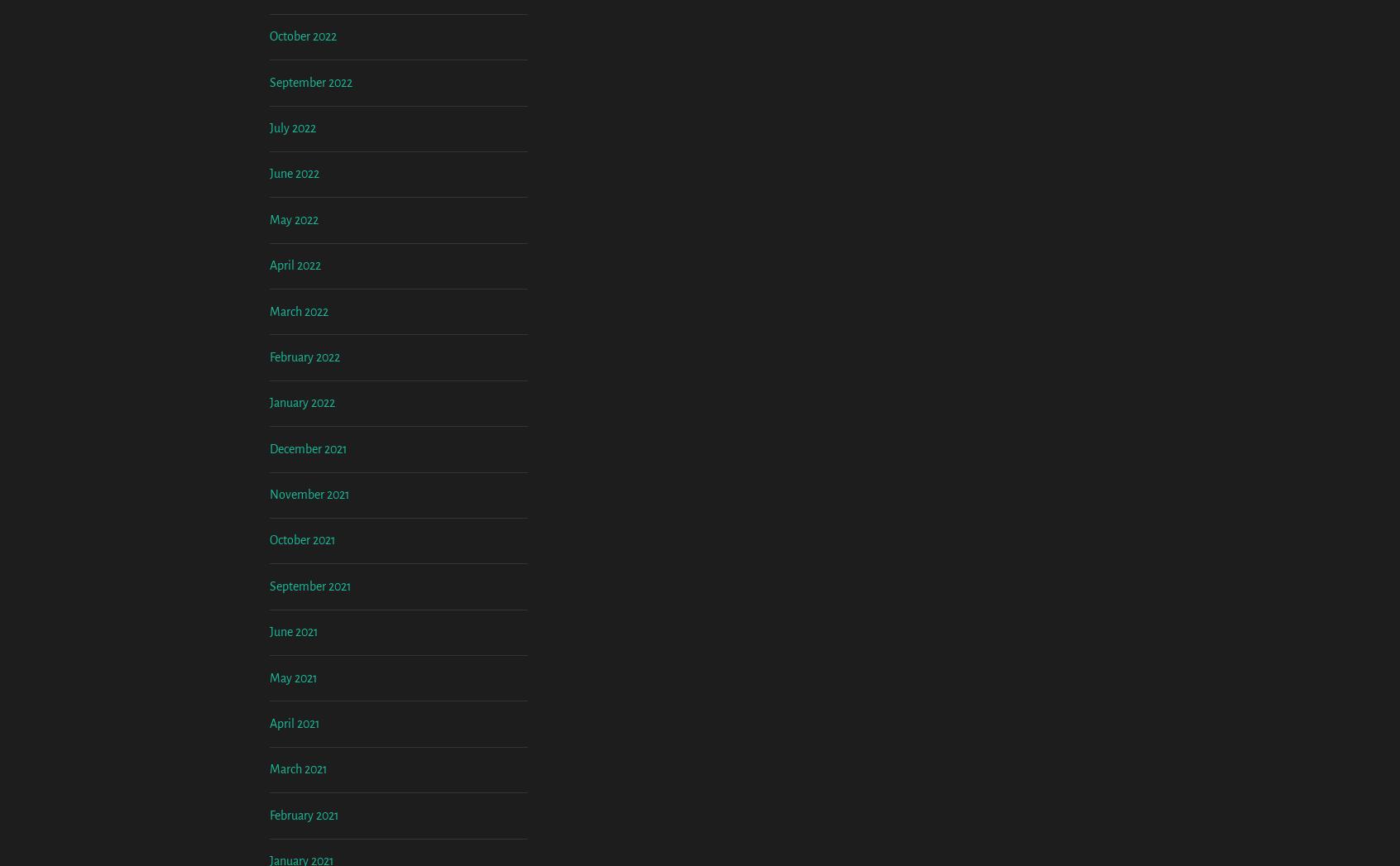  I want to click on 'May 2021', so click(293, 814).